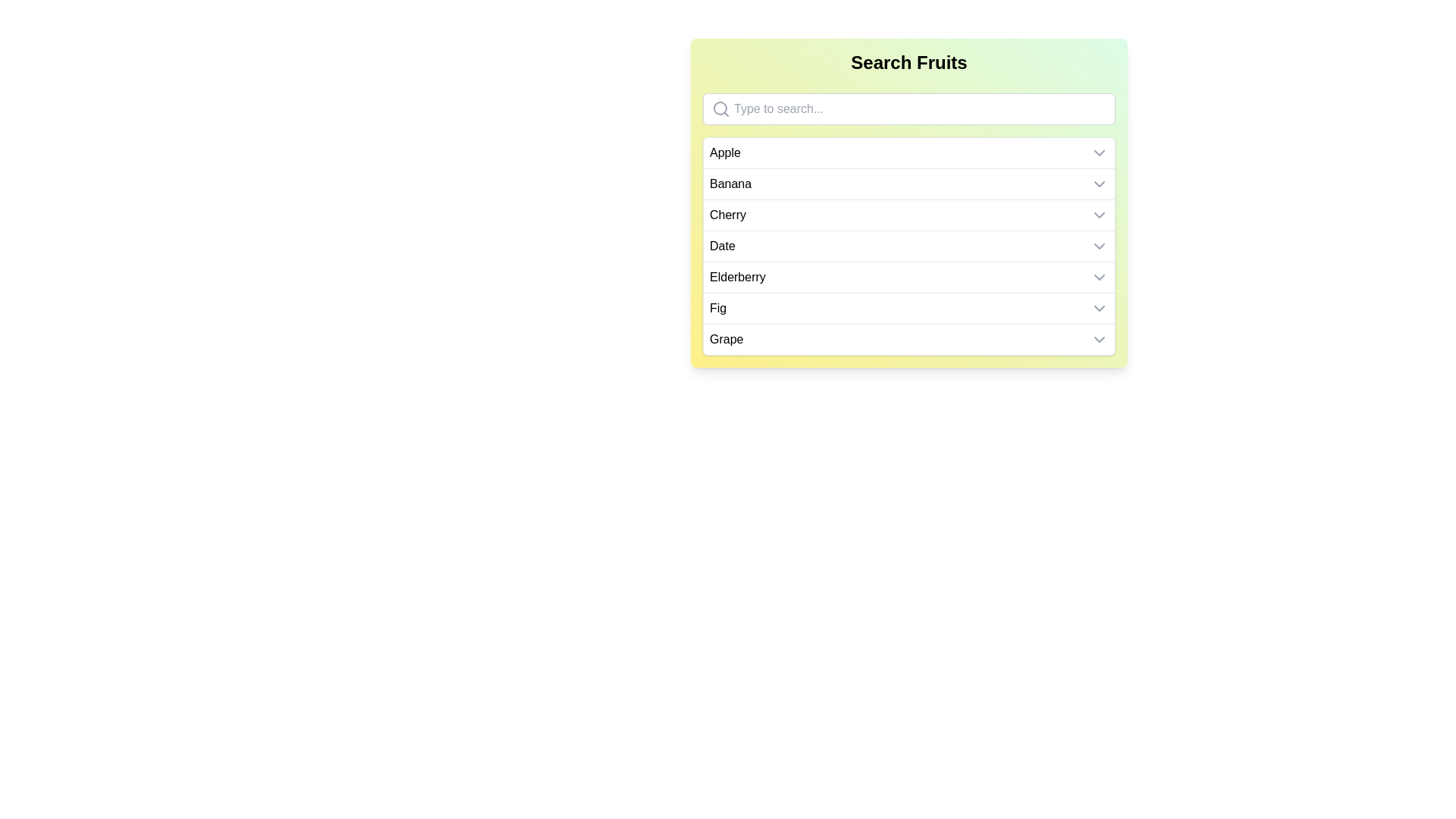 The width and height of the screenshot is (1456, 819). Describe the element at coordinates (728, 215) in the screenshot. I see `the 'Cherry' text label` at that location.